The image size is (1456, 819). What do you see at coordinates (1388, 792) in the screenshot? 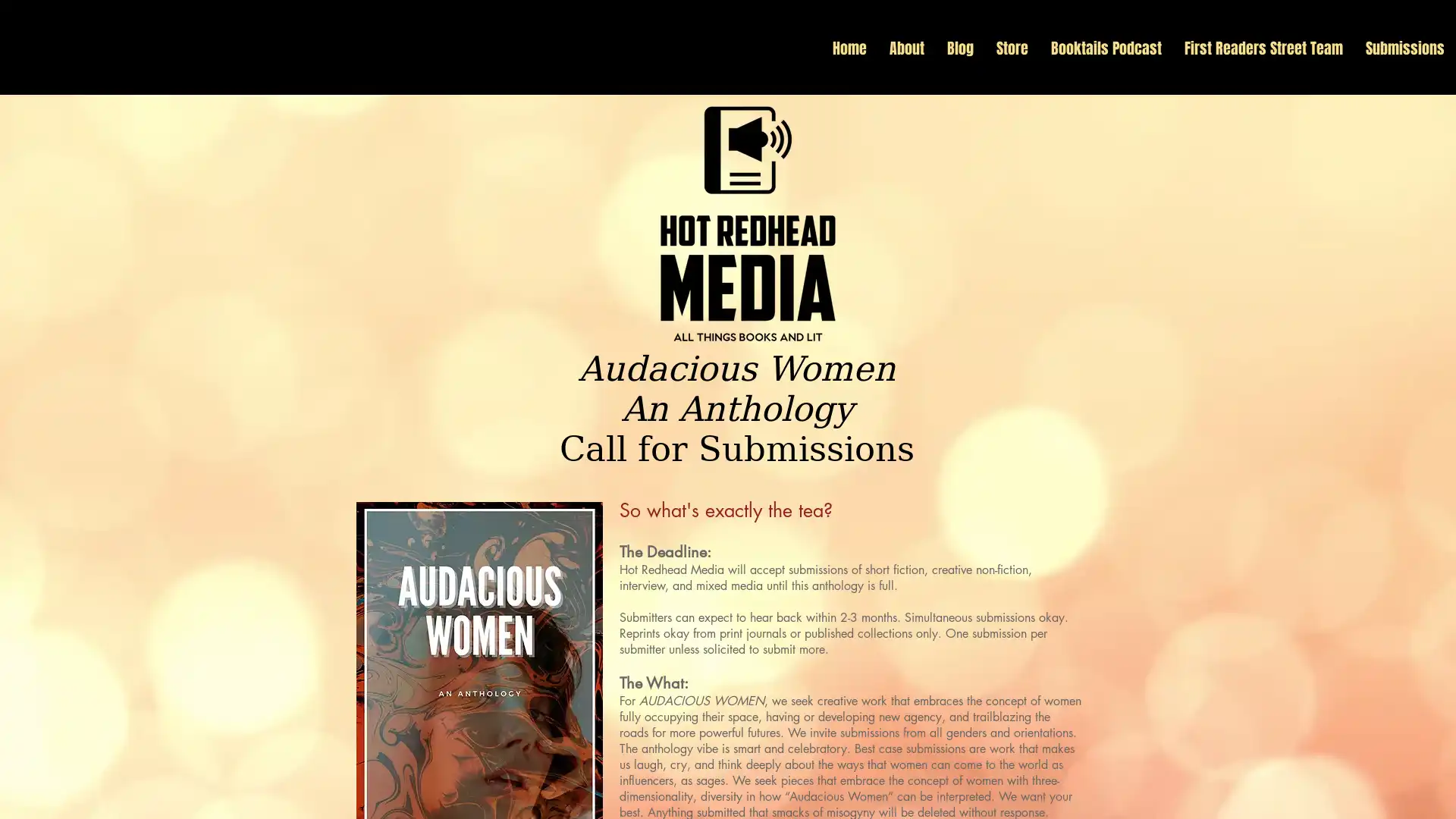
I see `Accept` at bounding box center [1388, 792].